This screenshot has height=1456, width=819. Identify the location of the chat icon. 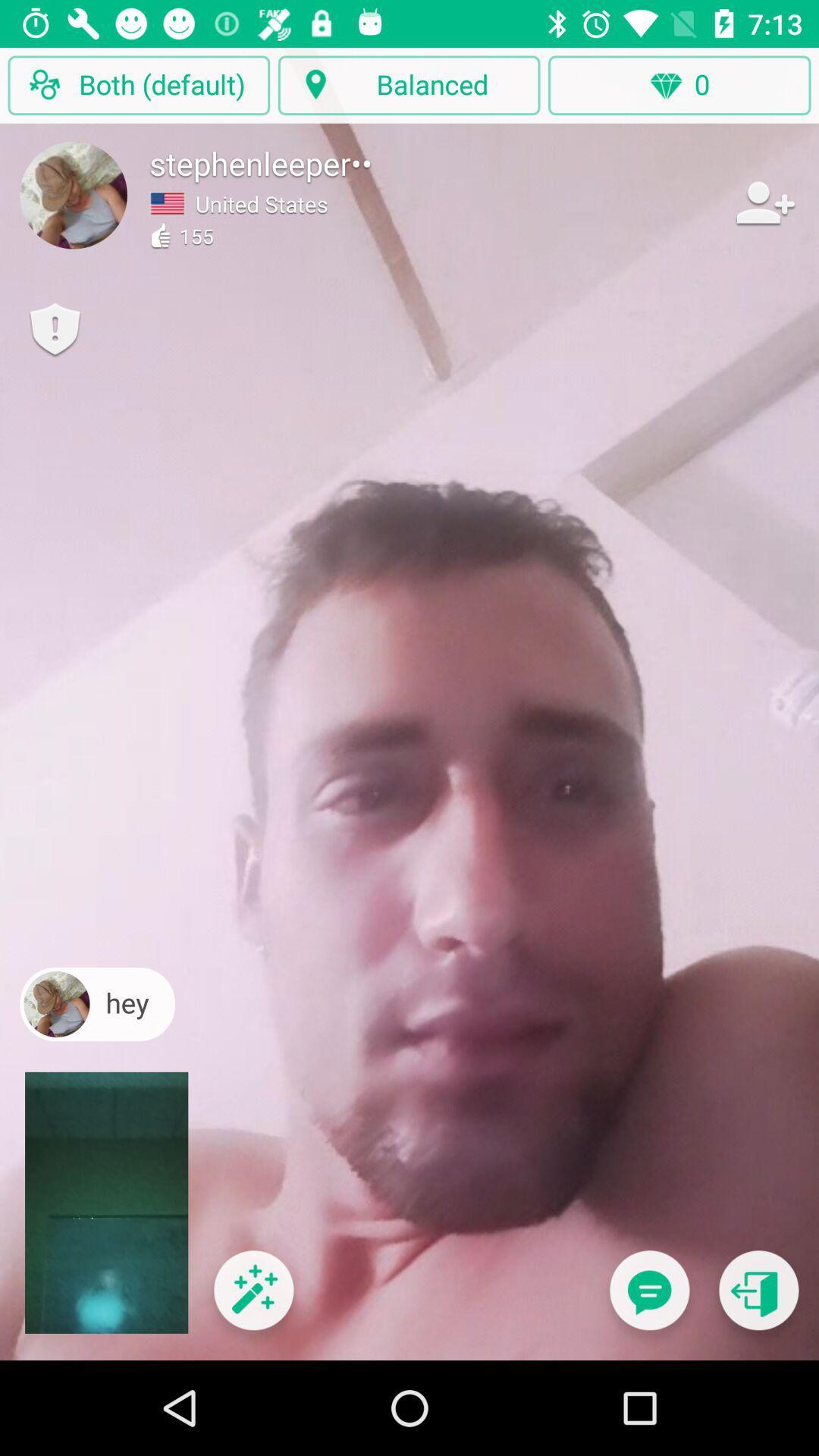
(648, 1299).